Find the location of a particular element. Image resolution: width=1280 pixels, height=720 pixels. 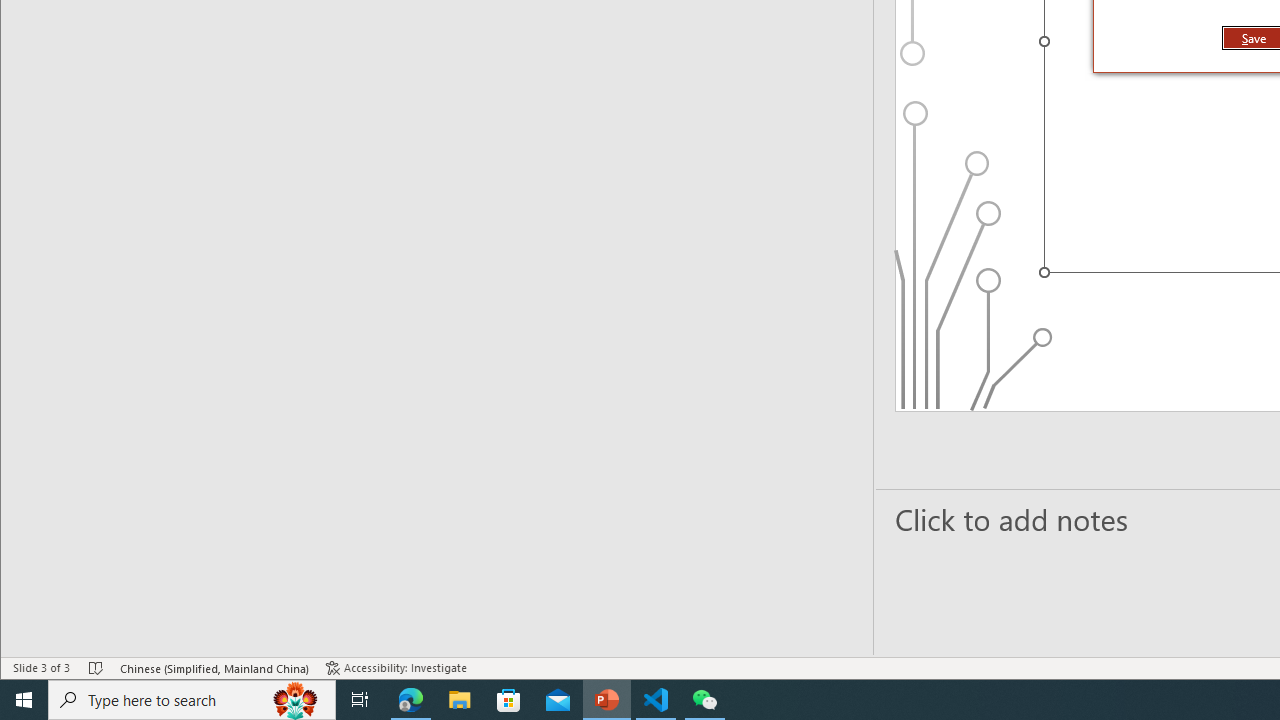

'Visual Studio Code - 1 running window' is located at coordinates (656, 698).